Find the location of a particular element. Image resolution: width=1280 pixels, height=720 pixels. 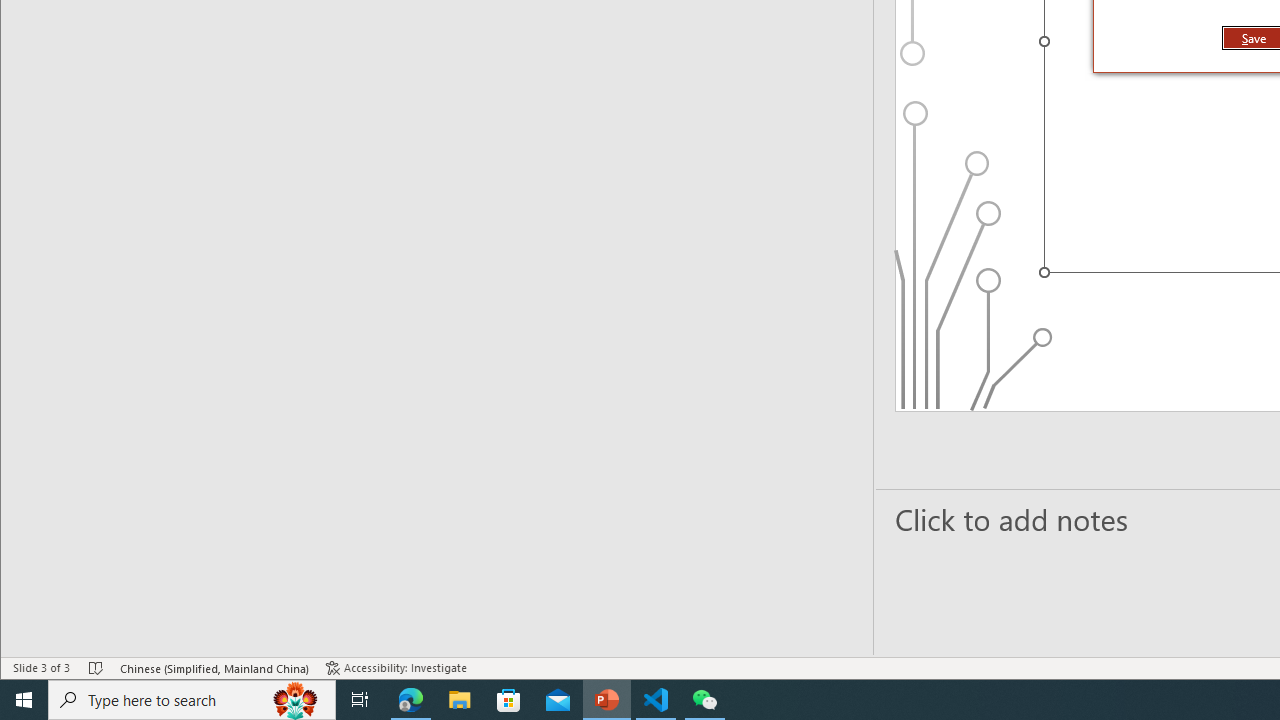

'Visual Studio Code - 1 running window' is located at coordinates (656, 698).